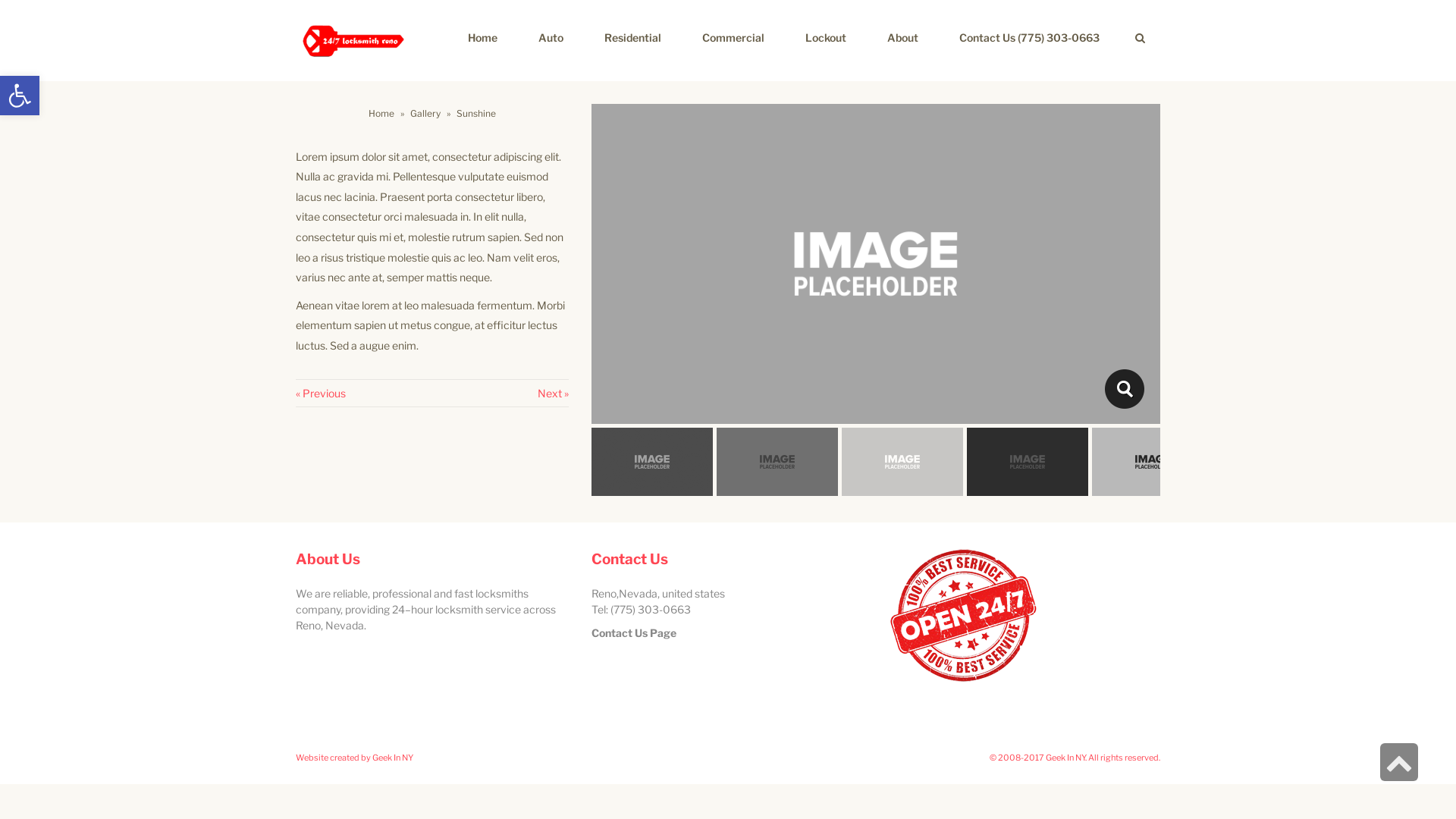 This screenshot has height=819, width=1456. I want to click on 'Open toolbar', so click(19, 96).